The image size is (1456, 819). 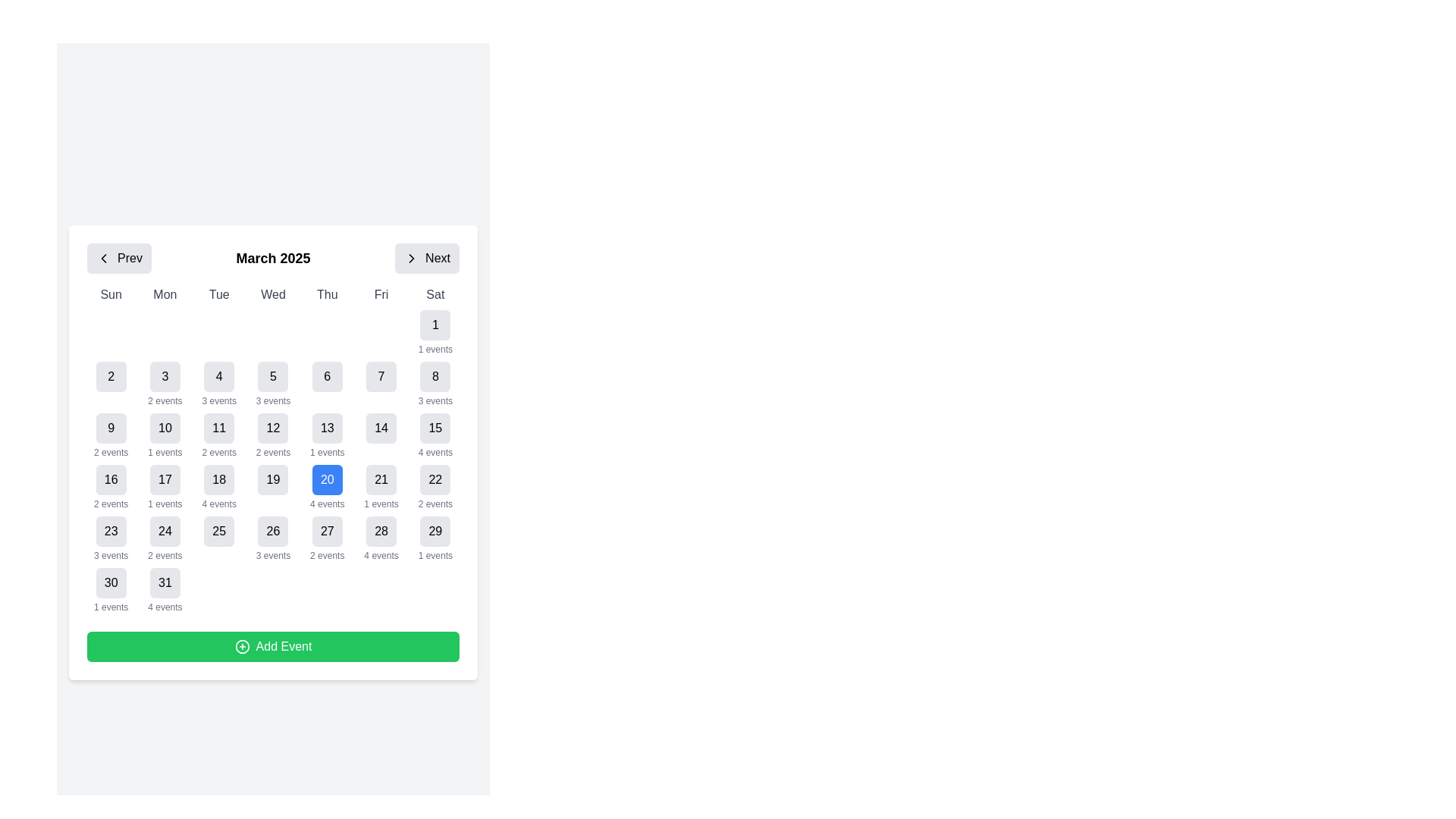 I want to click on the Calendar date tile displaying the number '13' and indicating '1 events', so click(x=326, y=435).